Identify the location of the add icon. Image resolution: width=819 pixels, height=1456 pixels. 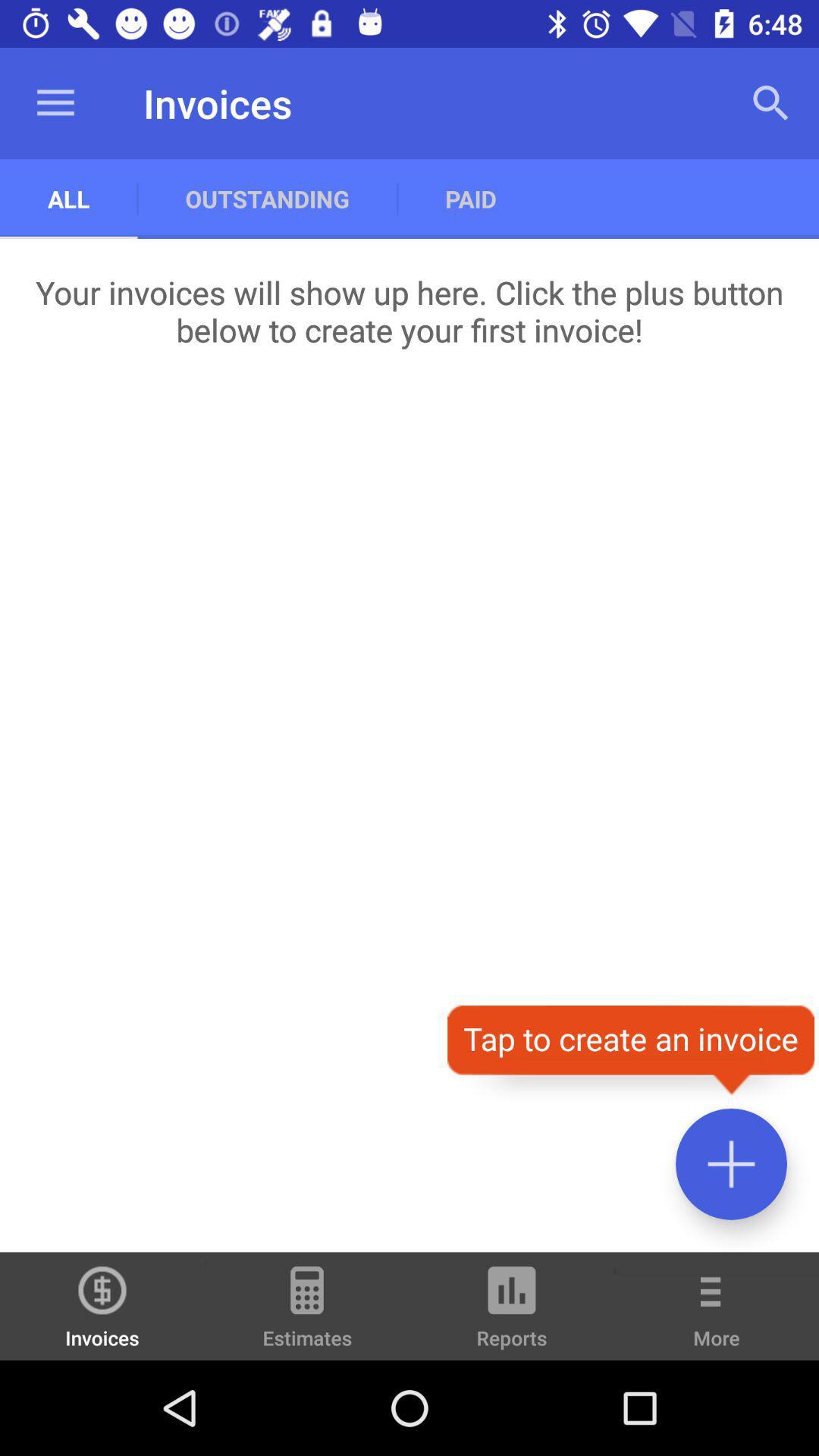
(730, 1163).